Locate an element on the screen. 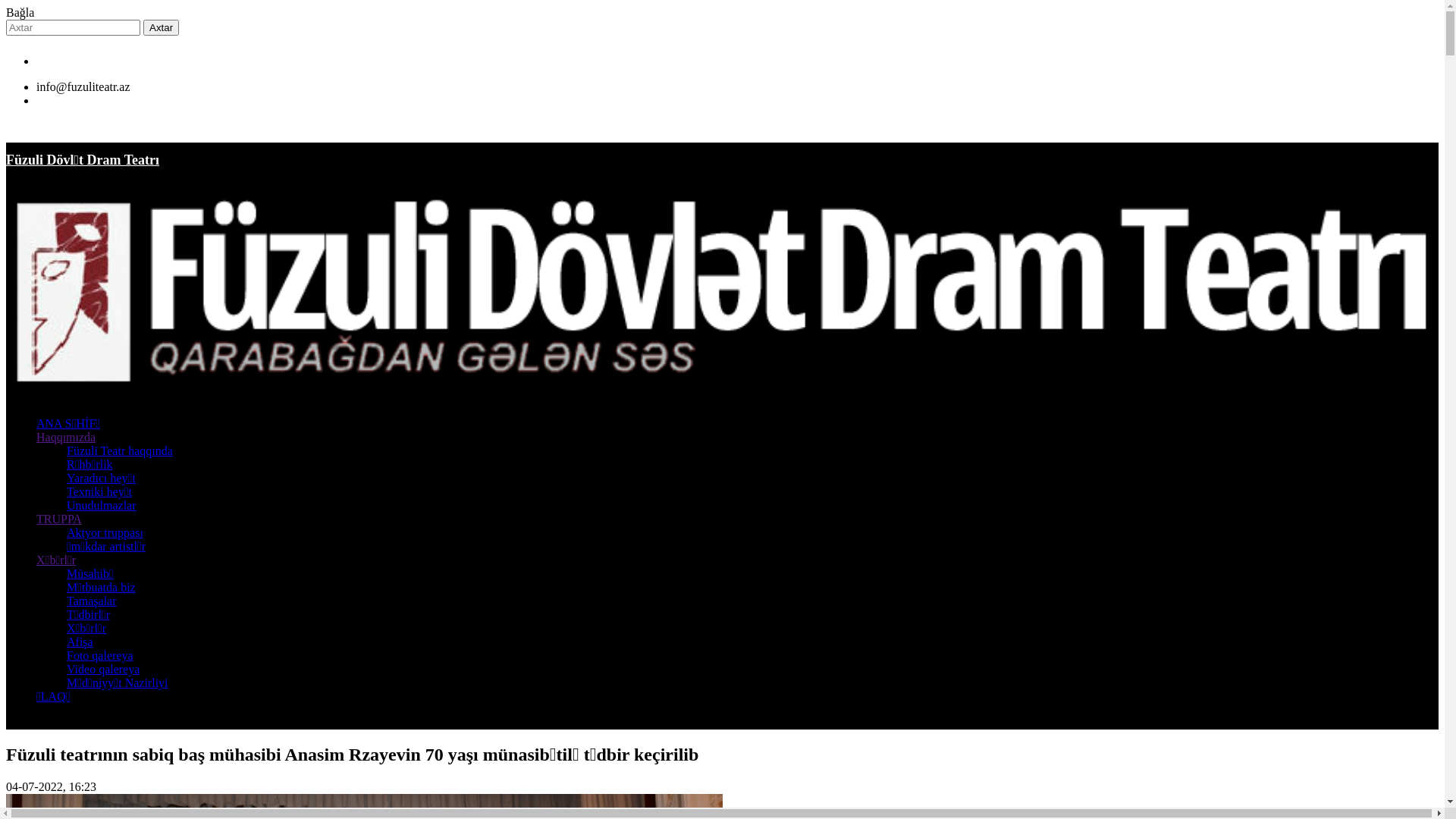 Image resolution: width=1456 pixels, height=819 pixels. 'Video qalereya' is located at coordinates (102, 668).